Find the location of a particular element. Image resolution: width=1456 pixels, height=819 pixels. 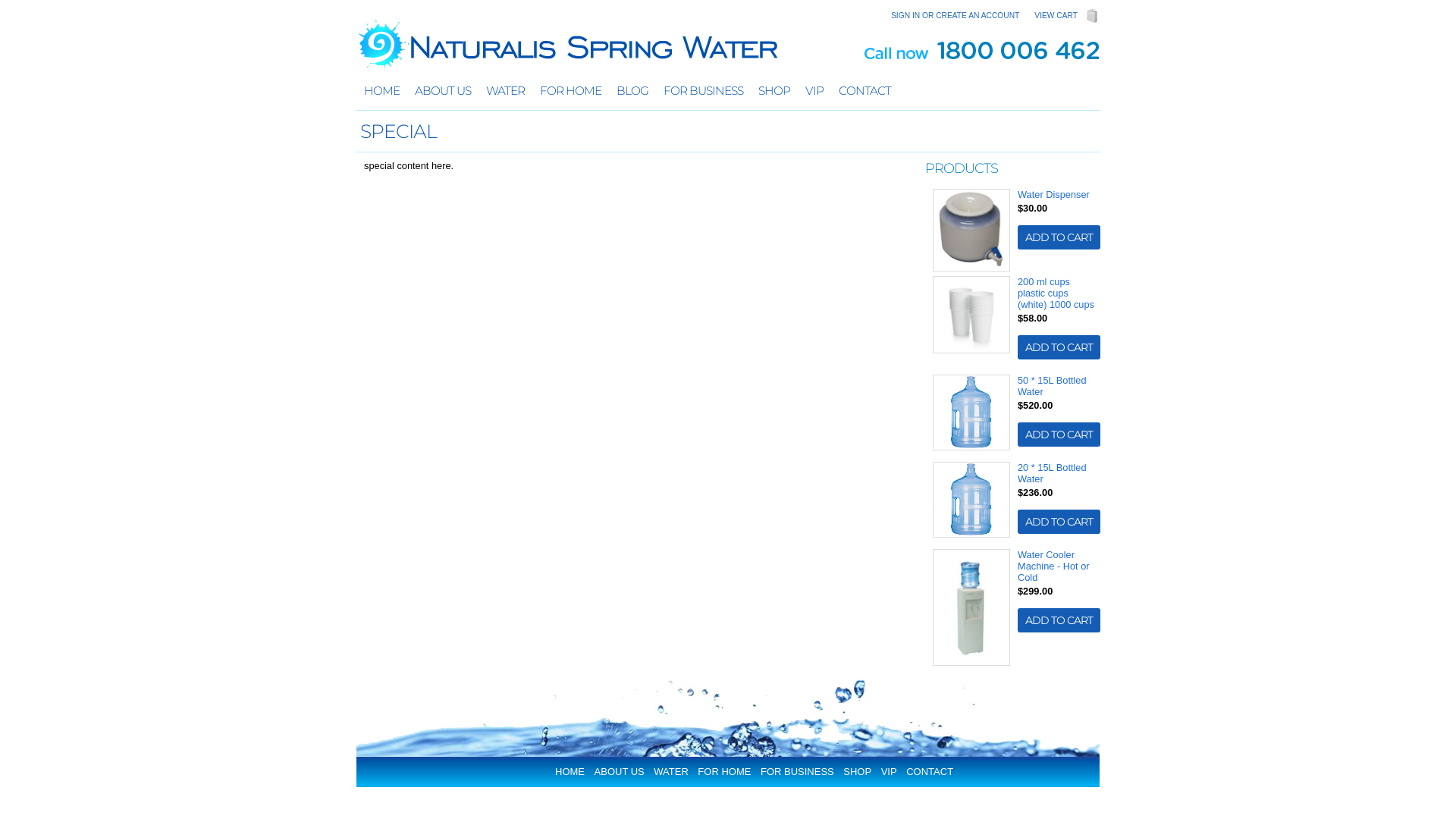

'HOME' is located at coordinates (554, 771).